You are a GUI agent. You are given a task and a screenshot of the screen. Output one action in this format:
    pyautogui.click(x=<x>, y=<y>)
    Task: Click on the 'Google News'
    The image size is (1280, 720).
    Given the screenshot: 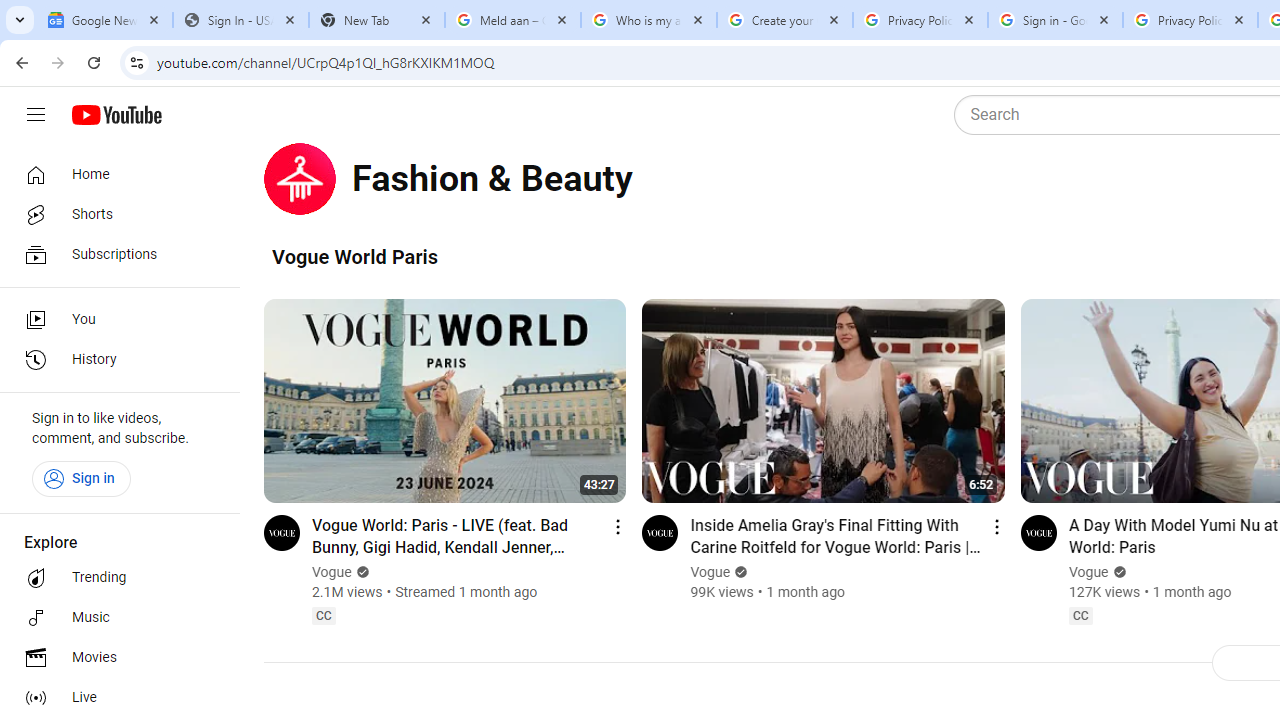 What is the action you would take?
    pyautogui.click(x=103, y=20)
    